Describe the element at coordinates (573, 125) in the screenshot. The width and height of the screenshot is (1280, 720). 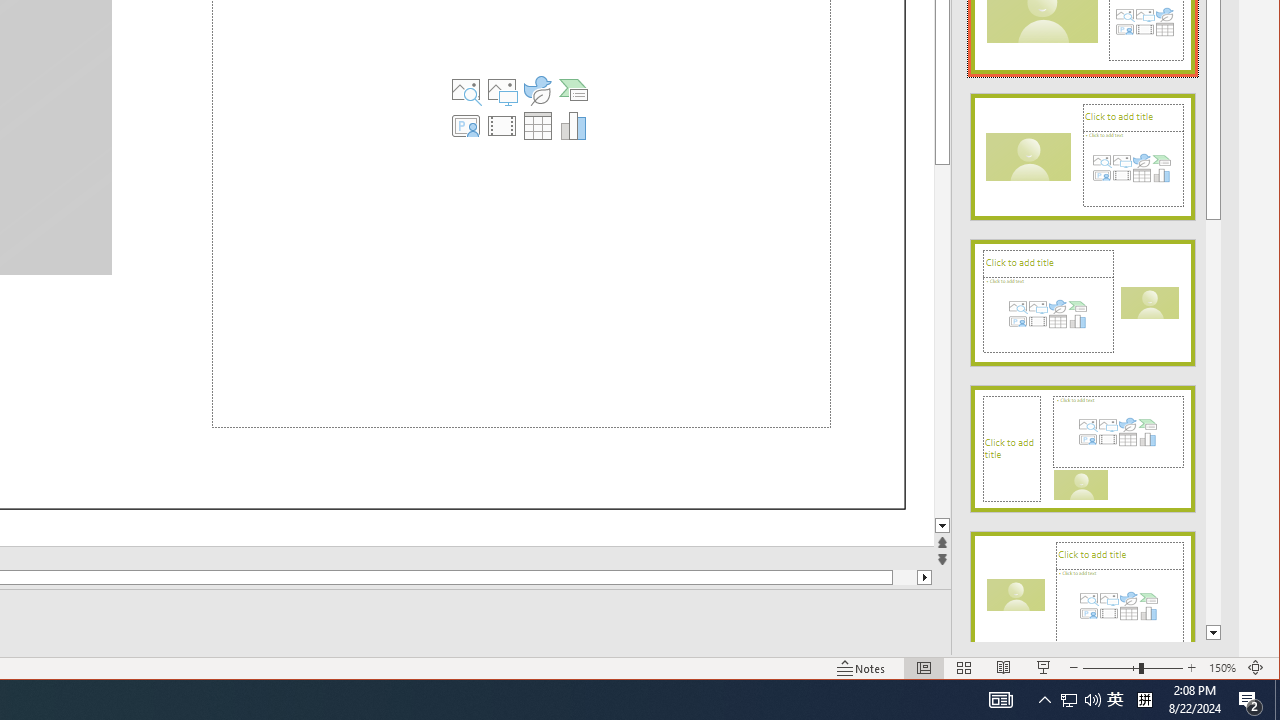
I see `'Insert Chart'` at that location.